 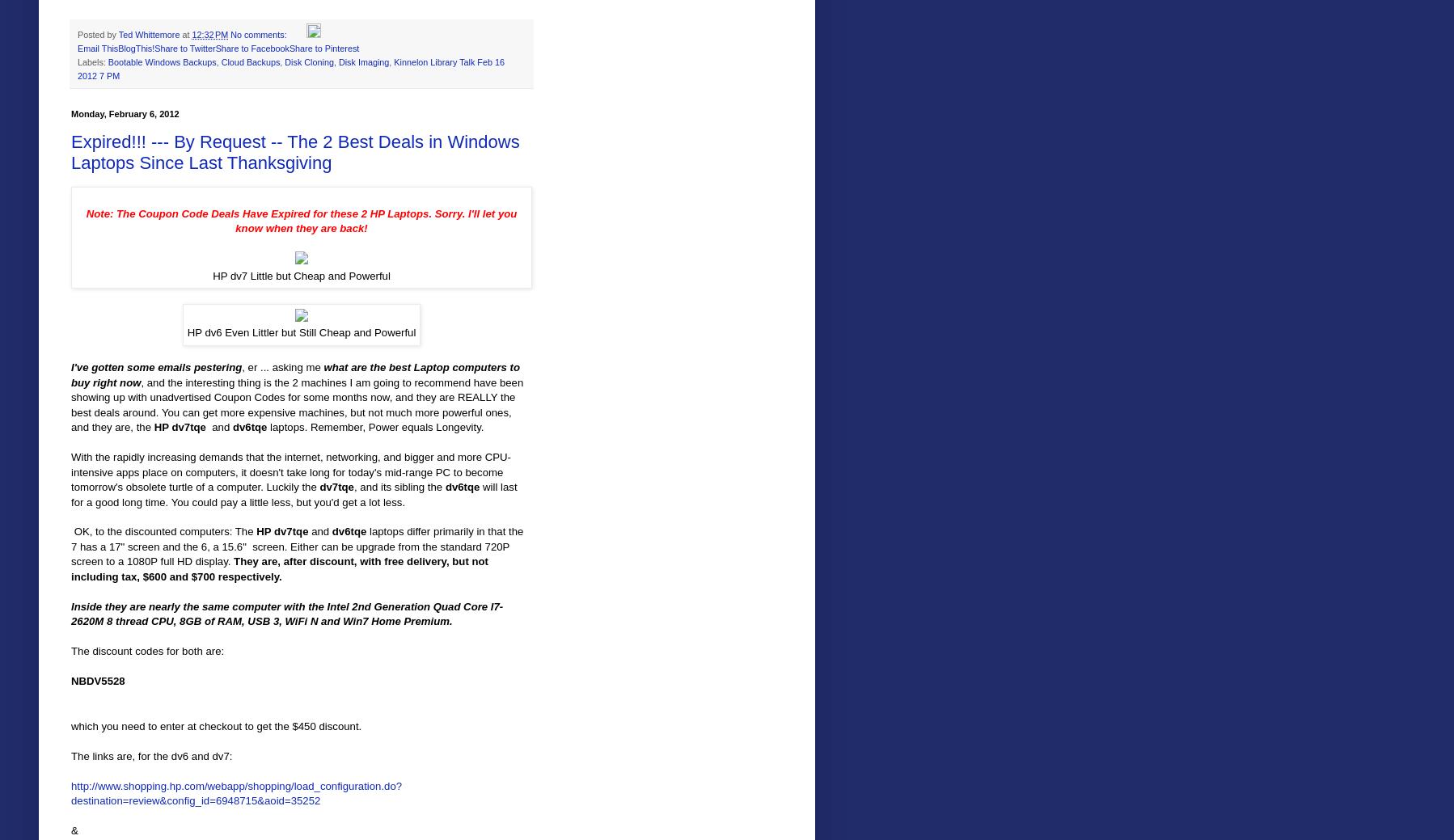 What do you see at coordinates (70, 650) in the screenshot?
I see `'The discount codes for both are:'` at bounding box center [70, 650].